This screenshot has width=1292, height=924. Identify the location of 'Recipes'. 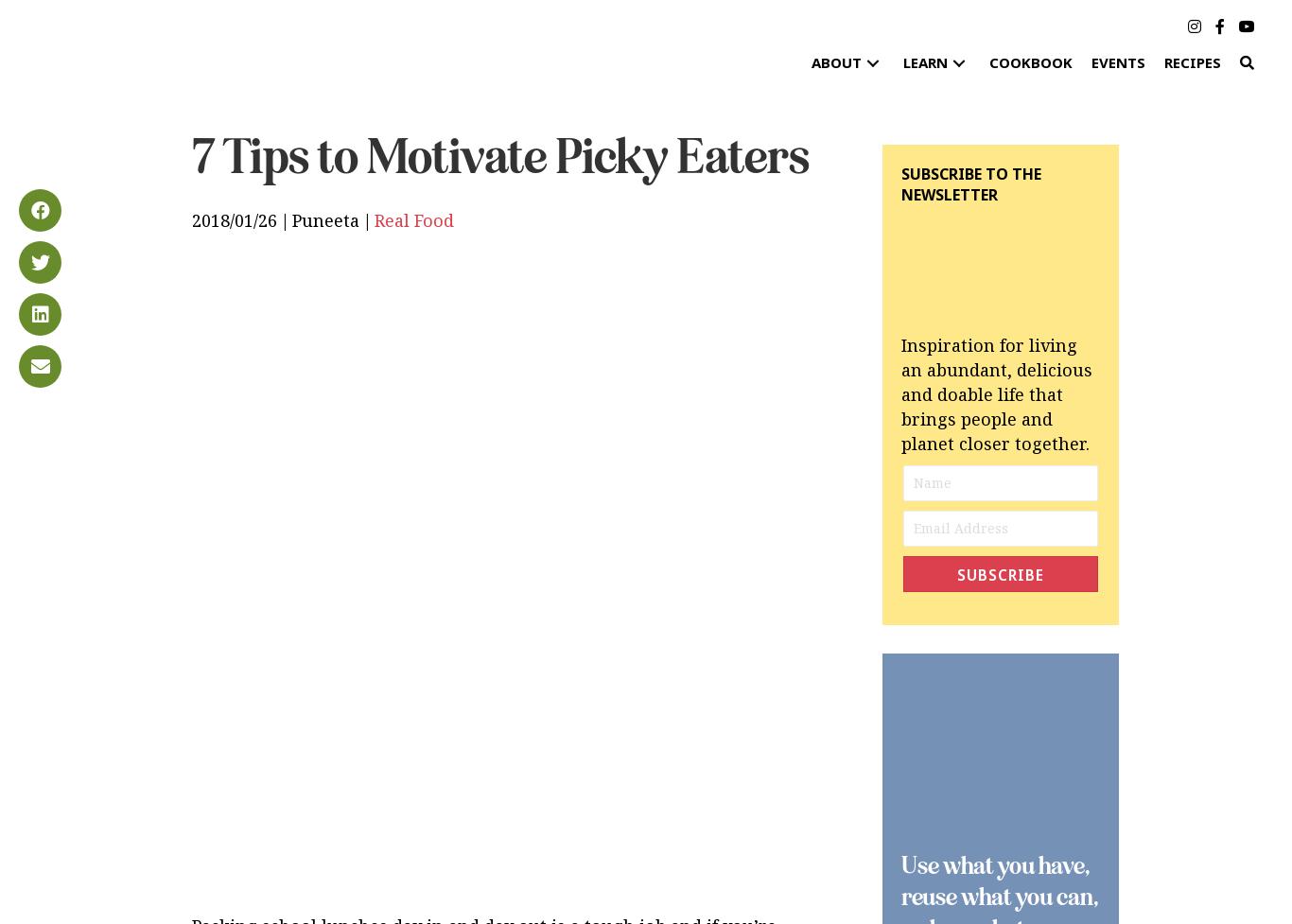
(1191, 62).